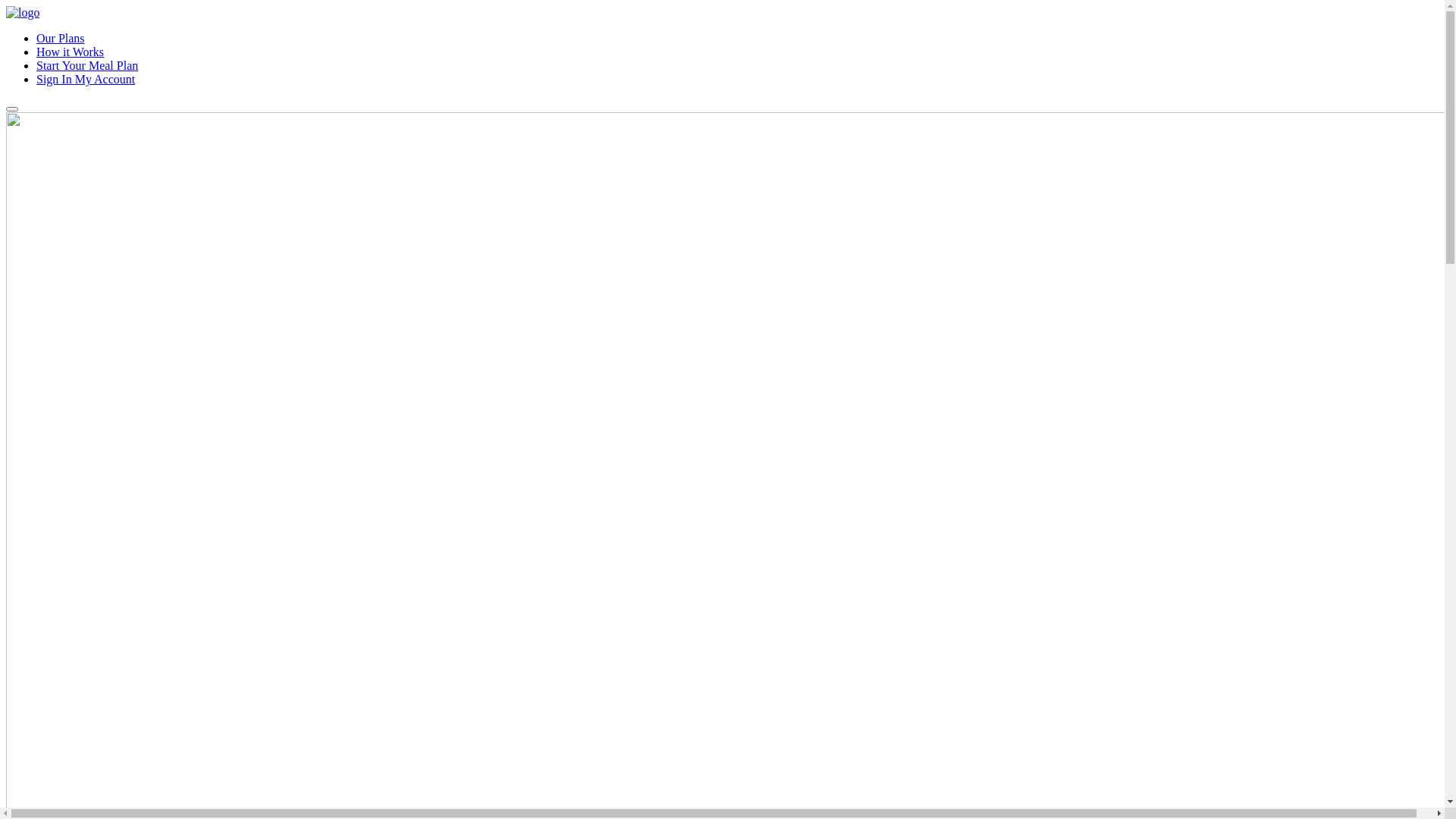 Image resolution: width=1456 pixels, height=819 pixels. I want to click on 'Our Plans', so click(61, 37).